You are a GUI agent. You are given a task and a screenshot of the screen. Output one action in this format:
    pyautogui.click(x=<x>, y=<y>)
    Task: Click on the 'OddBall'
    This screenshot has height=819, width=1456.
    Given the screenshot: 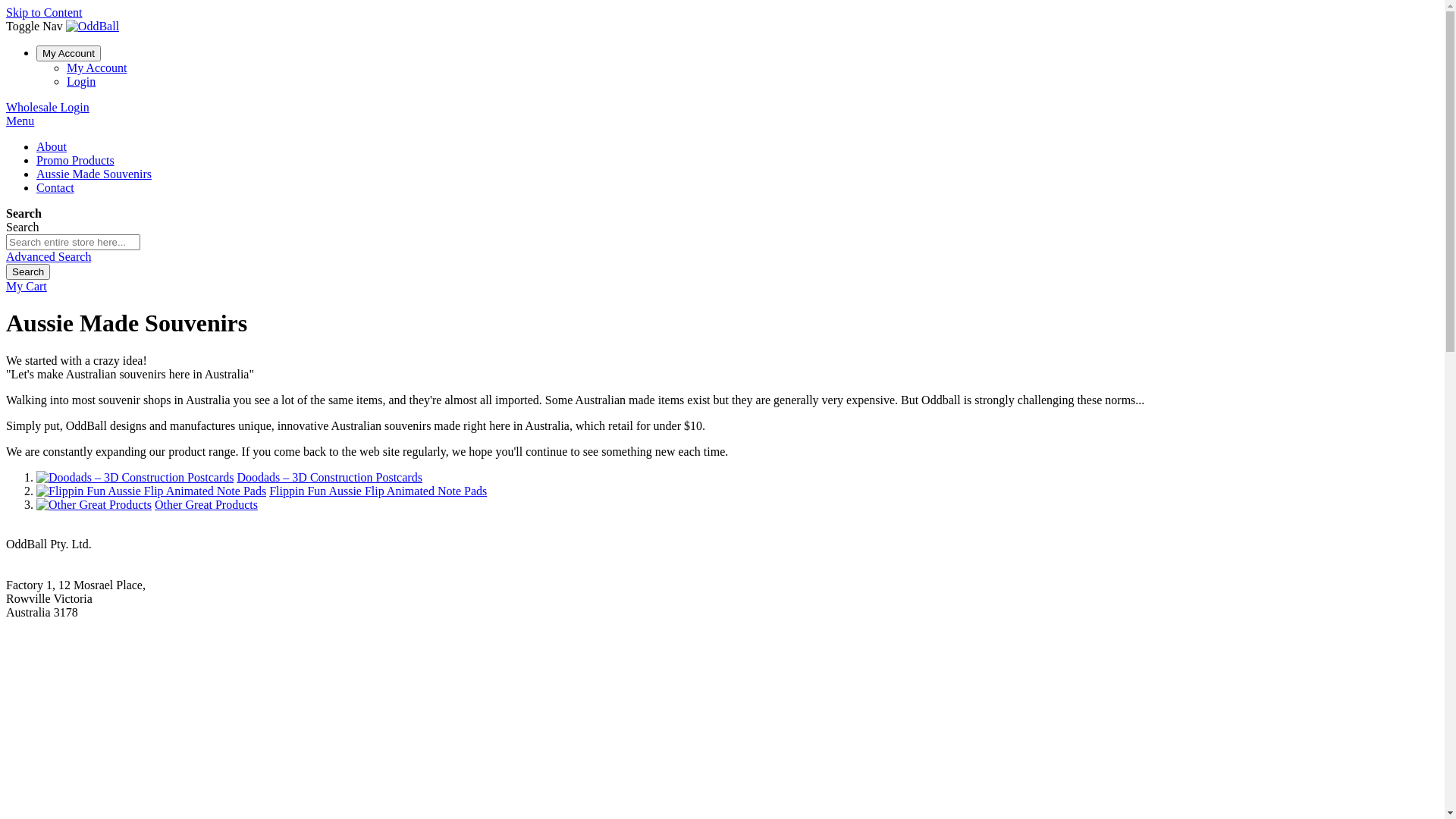 What is the action you would take?
    pyautogui.click(x=91, y=26)
    